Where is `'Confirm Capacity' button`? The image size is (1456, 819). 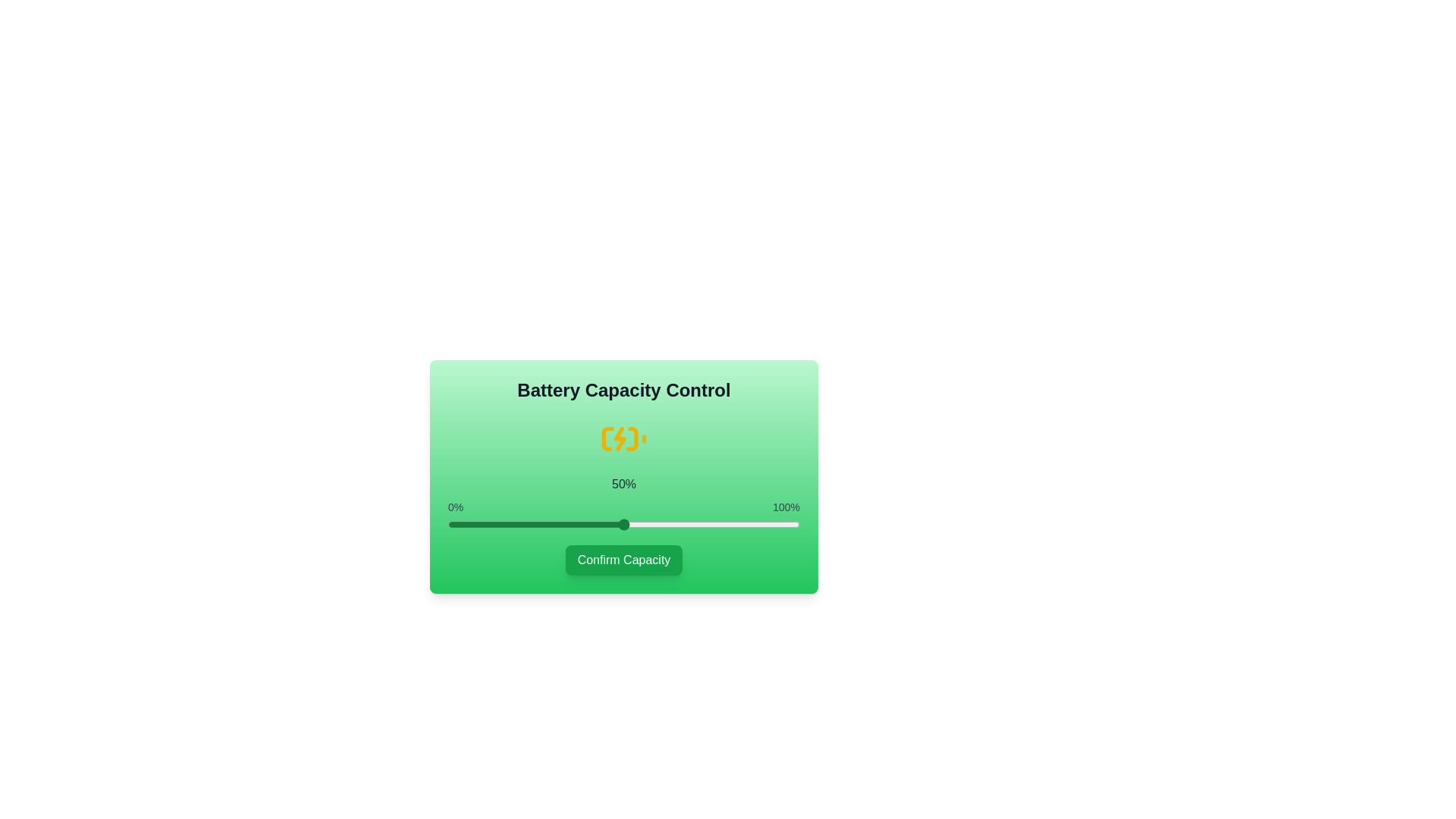
'Confirm Capacity' button is located at coordinates (623, 560).